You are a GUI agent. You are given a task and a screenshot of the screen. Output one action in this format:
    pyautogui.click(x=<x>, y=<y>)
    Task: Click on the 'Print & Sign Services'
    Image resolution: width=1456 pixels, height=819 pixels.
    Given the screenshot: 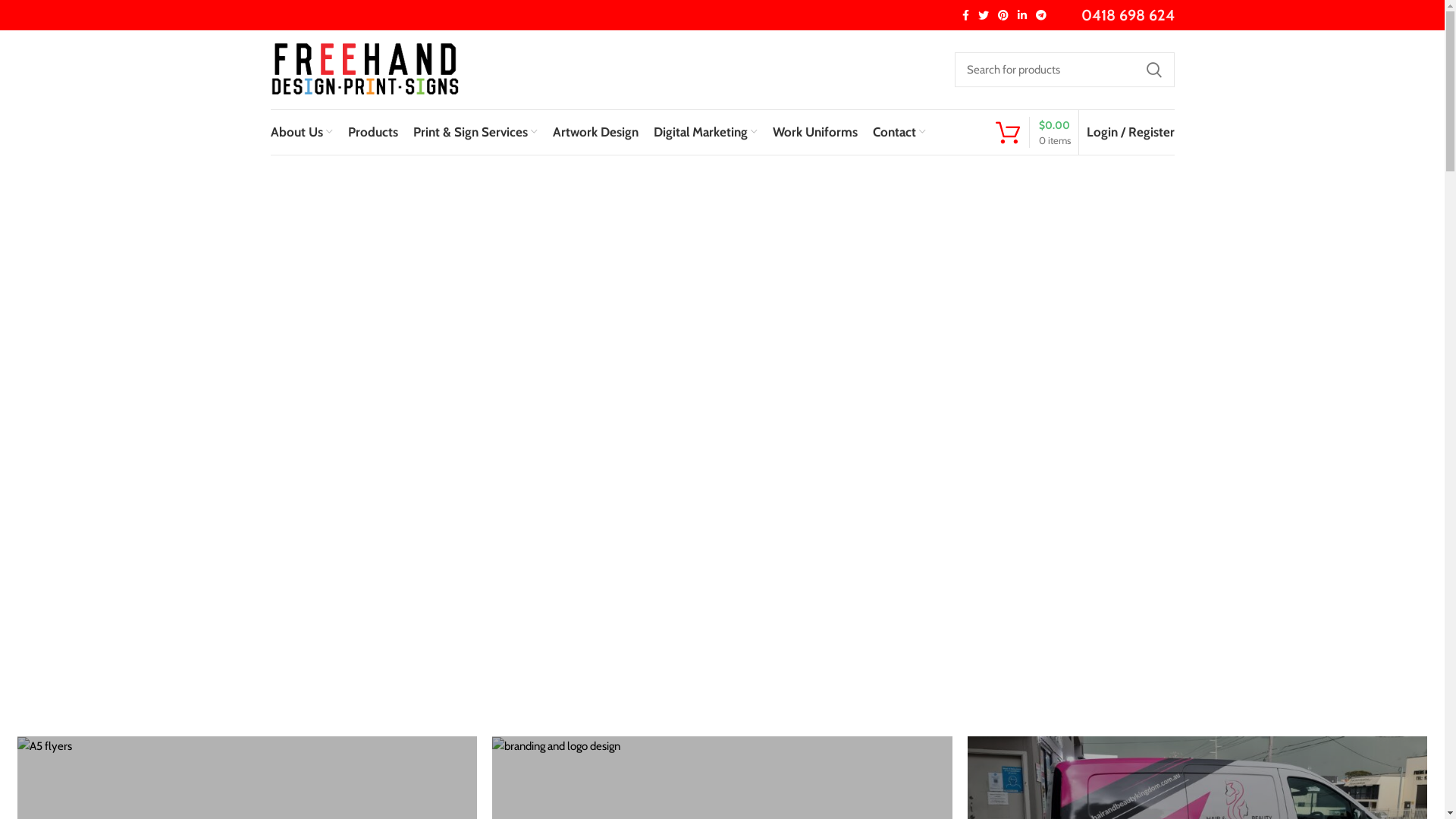 What is the action you would take?
    pyautogui.click(x=404, y=130)
    